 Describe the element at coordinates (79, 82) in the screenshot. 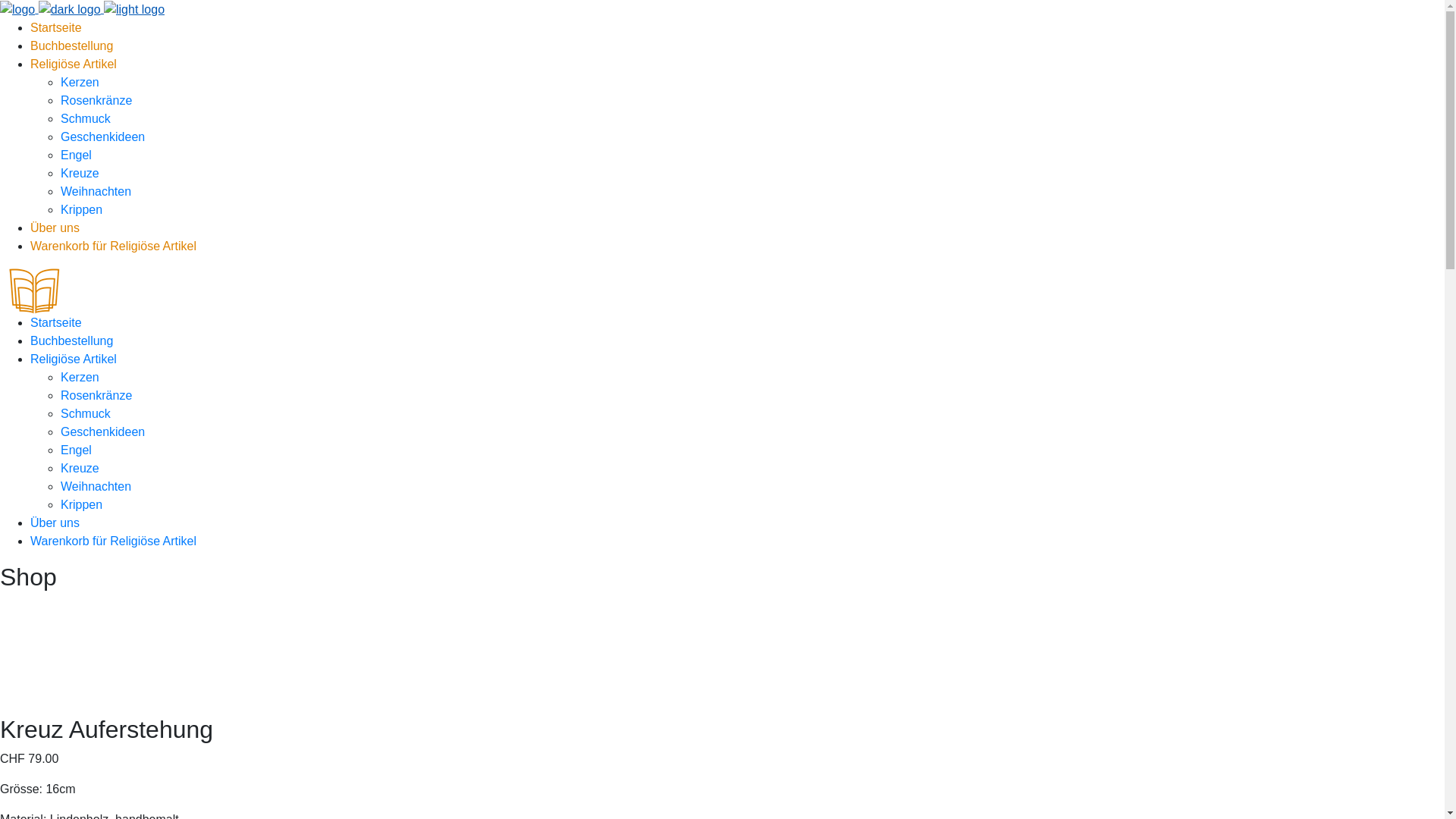

I see `'Kerzen'` at that location.